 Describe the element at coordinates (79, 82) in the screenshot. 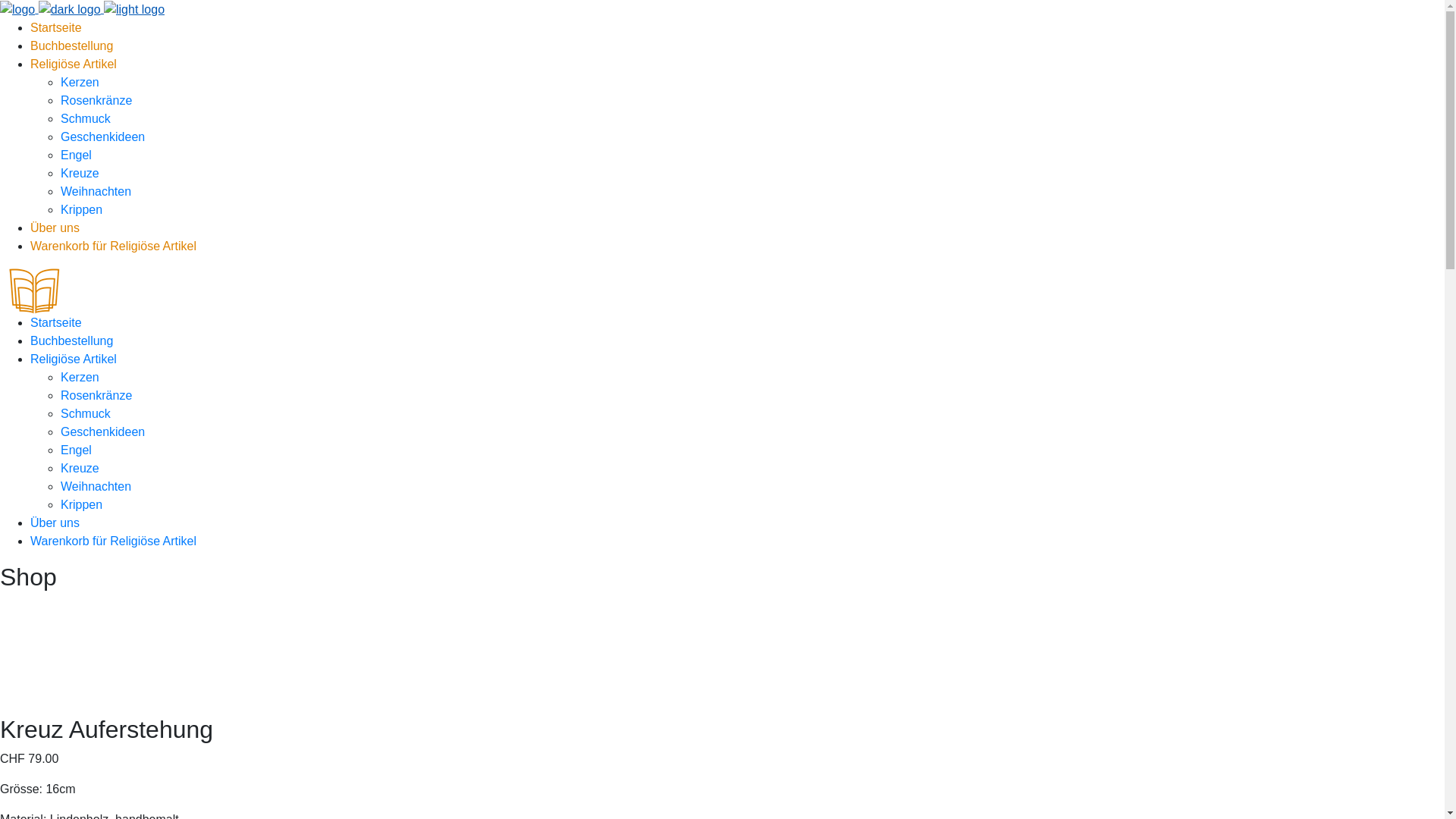

I see `'Kerzen'` at that location.